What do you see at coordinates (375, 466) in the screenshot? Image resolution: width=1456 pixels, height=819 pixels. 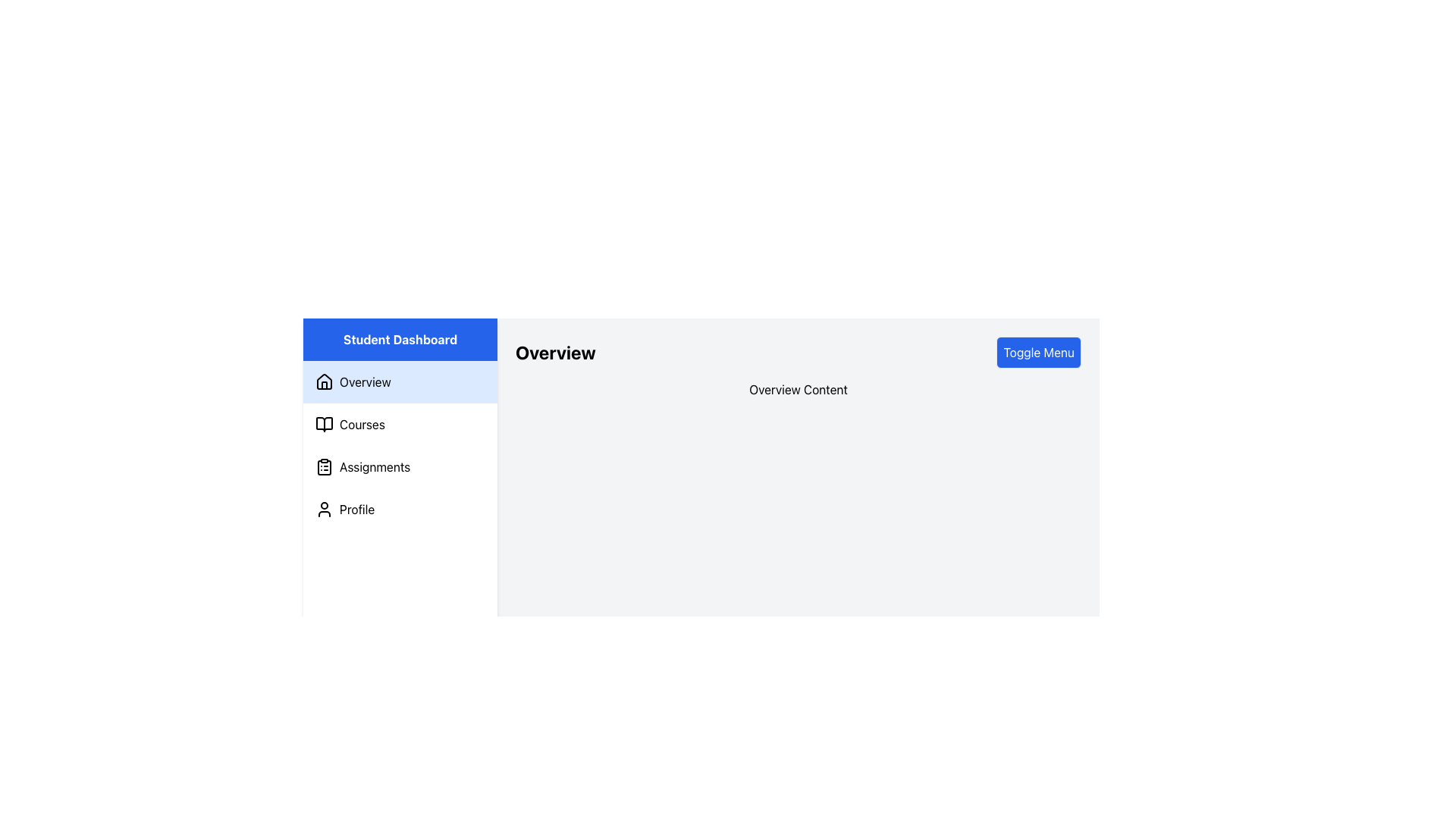 I see `the 'Assignments' text label located in the navigation menu, positioned below 'Courses' and above 'Profile'` at bounding box center [375, 466].